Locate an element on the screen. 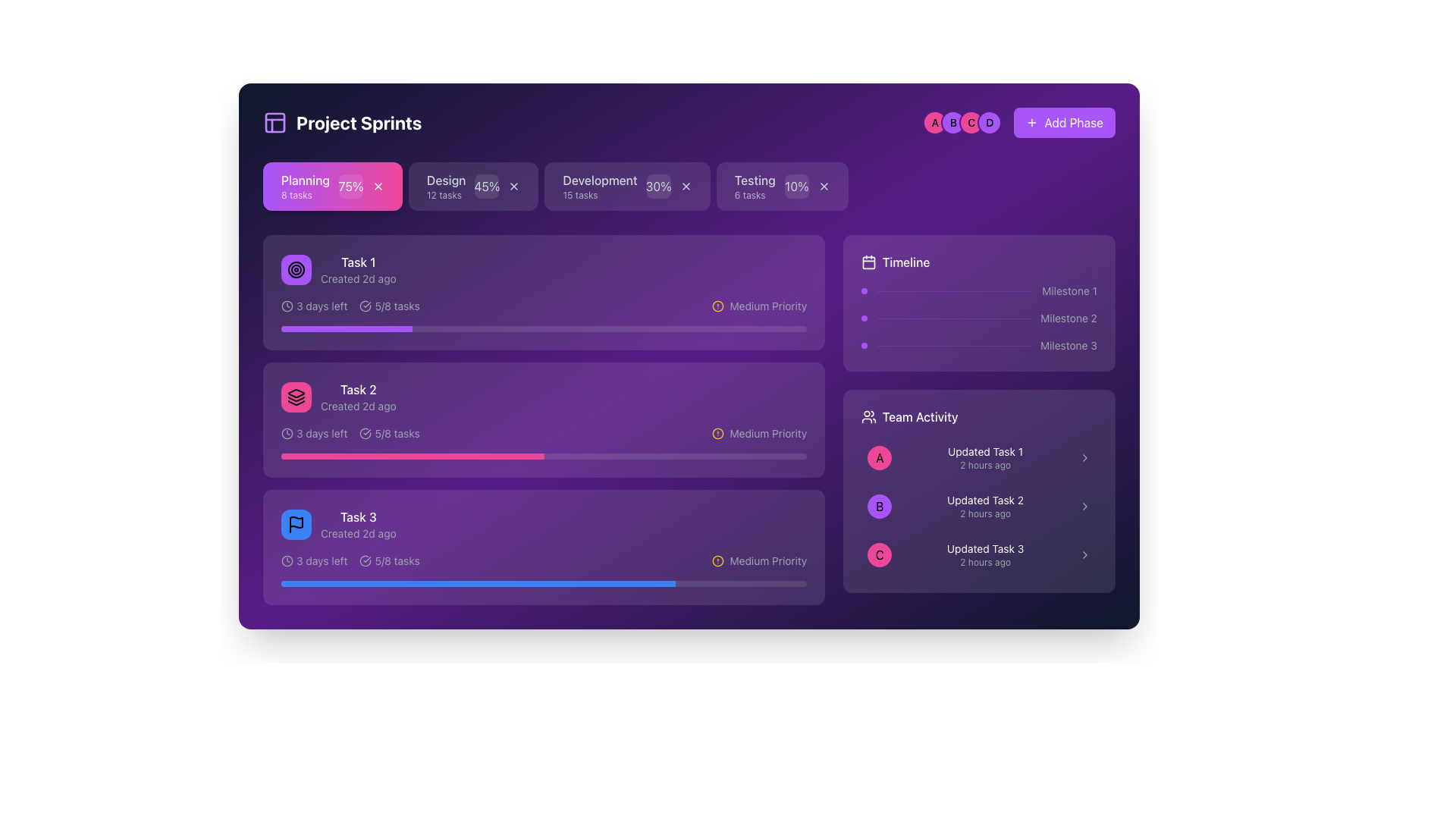 The image size is (1456, 819). the small, circular button with a solid purple background featuring the letter 'B' in bold, black text at its center, located in the middle of the 'Team Activity' section is located at coordinates (880, 506).